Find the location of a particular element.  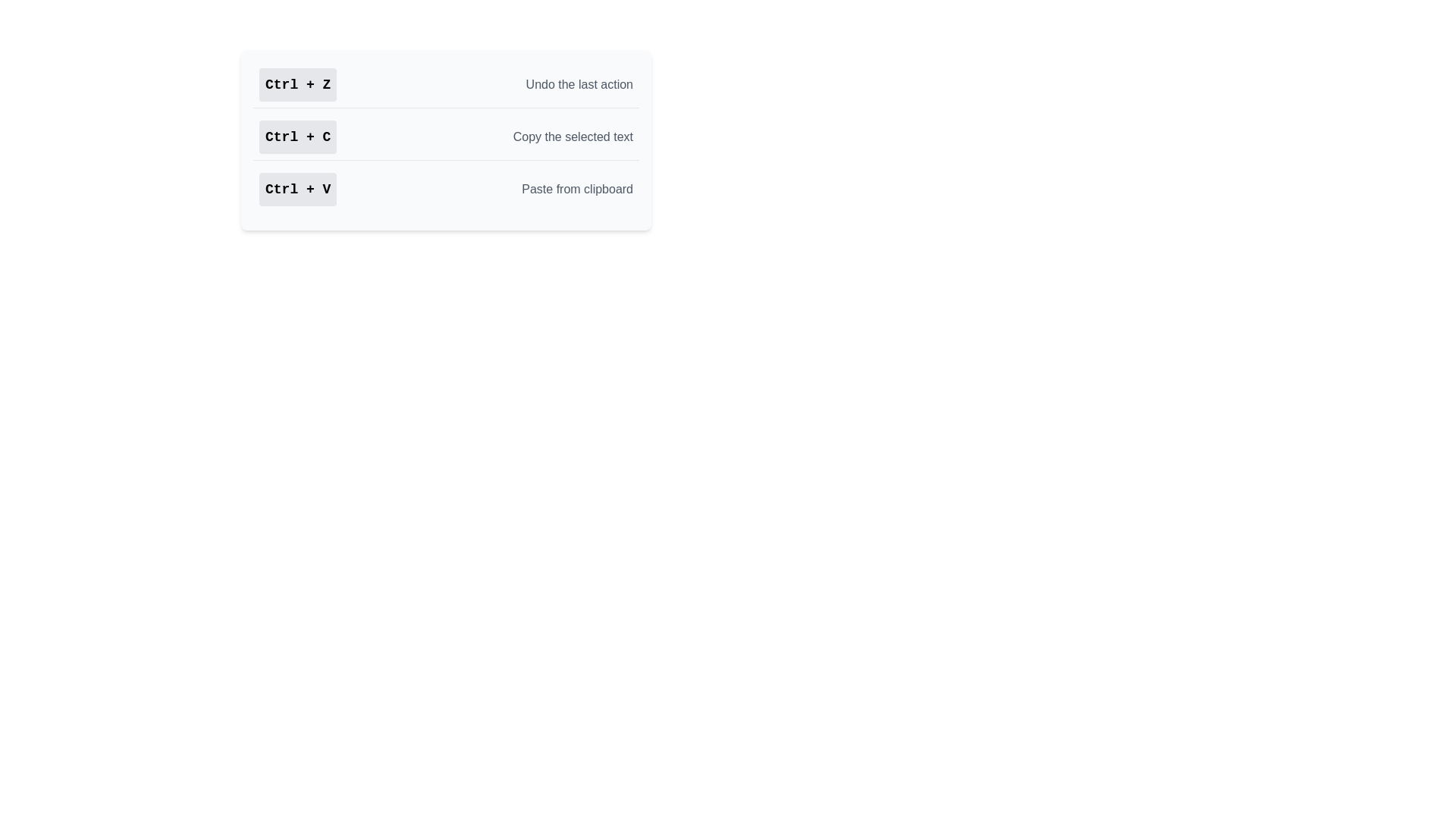

the first informational row that describes the keyboard shortcut 'Ctrl + Z' for 'Undo the last action' is located at coordinates (445, 85).